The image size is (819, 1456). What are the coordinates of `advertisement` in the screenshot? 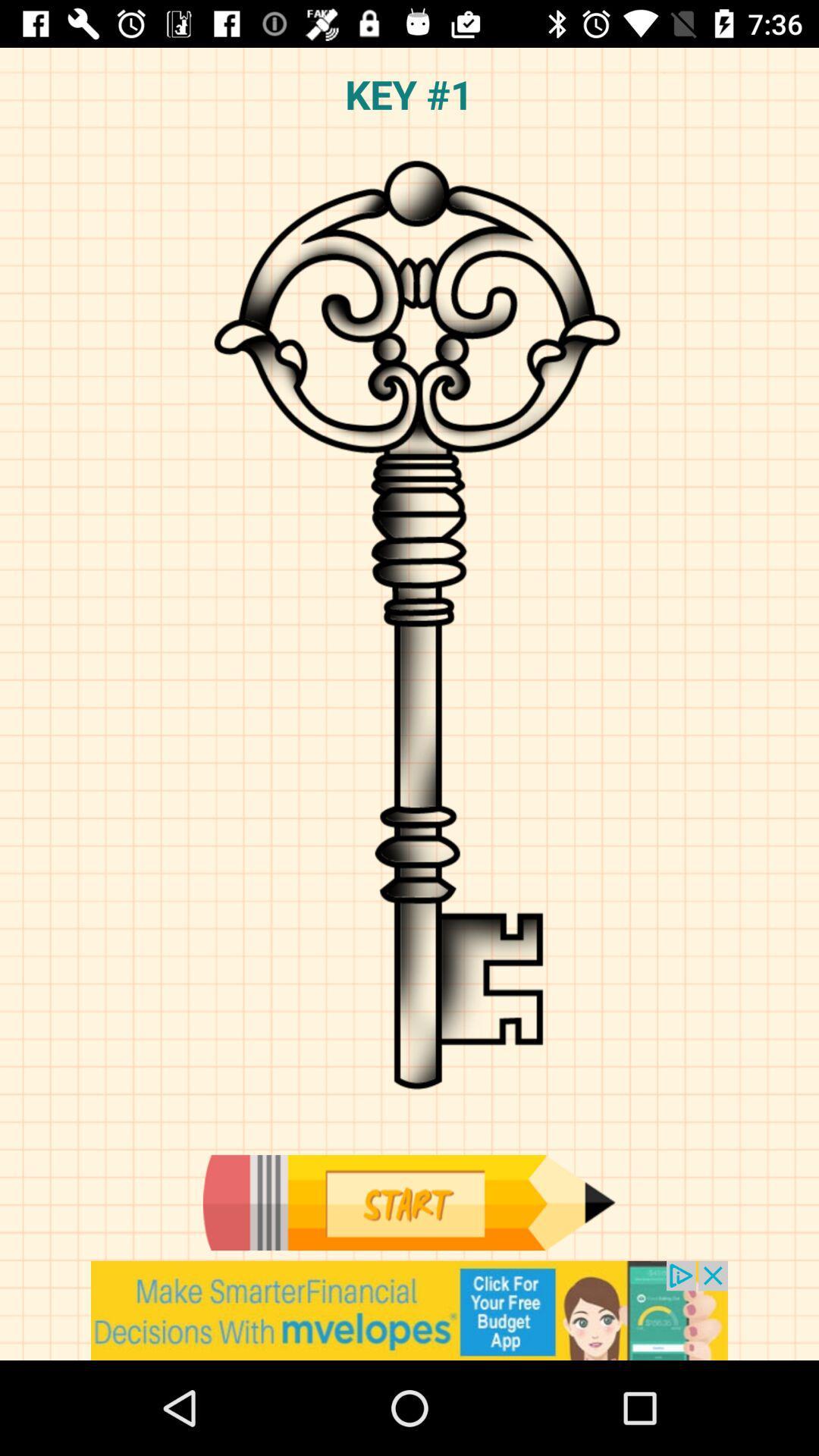 It's located at (409, 1310).